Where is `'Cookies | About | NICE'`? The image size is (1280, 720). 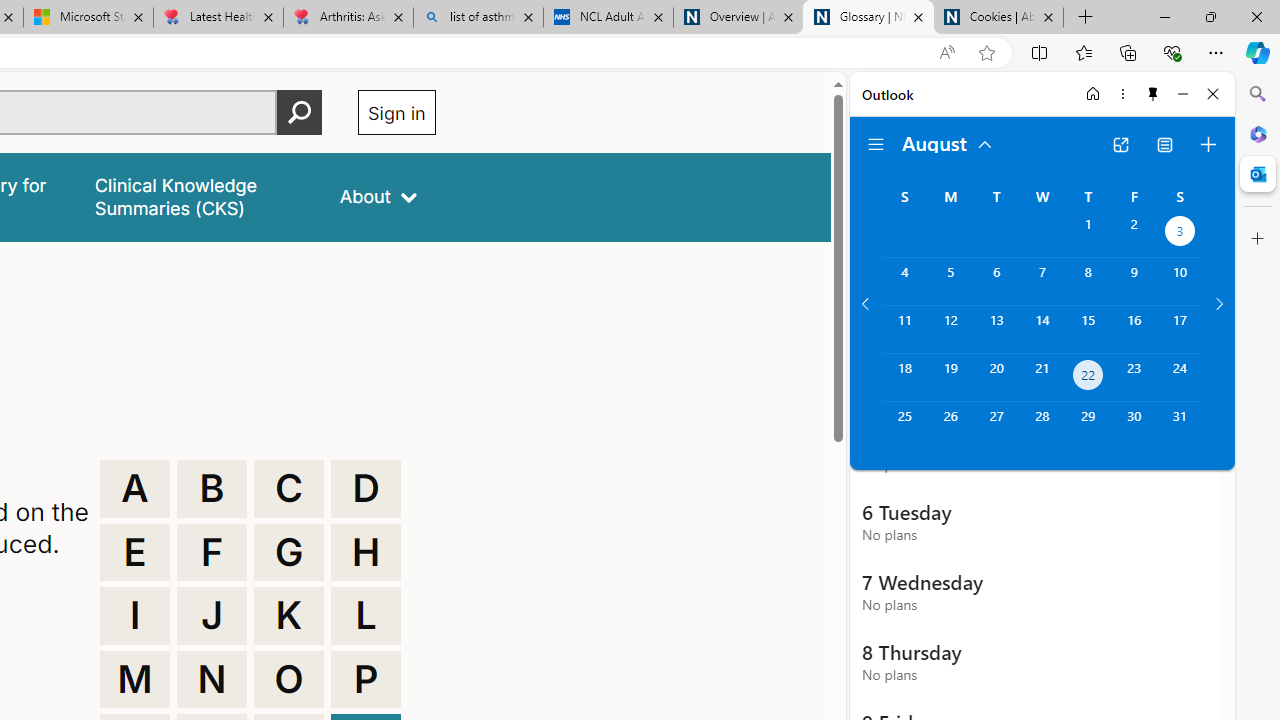
'Cookies | About | NICE' is located at coordinates (999, 17).